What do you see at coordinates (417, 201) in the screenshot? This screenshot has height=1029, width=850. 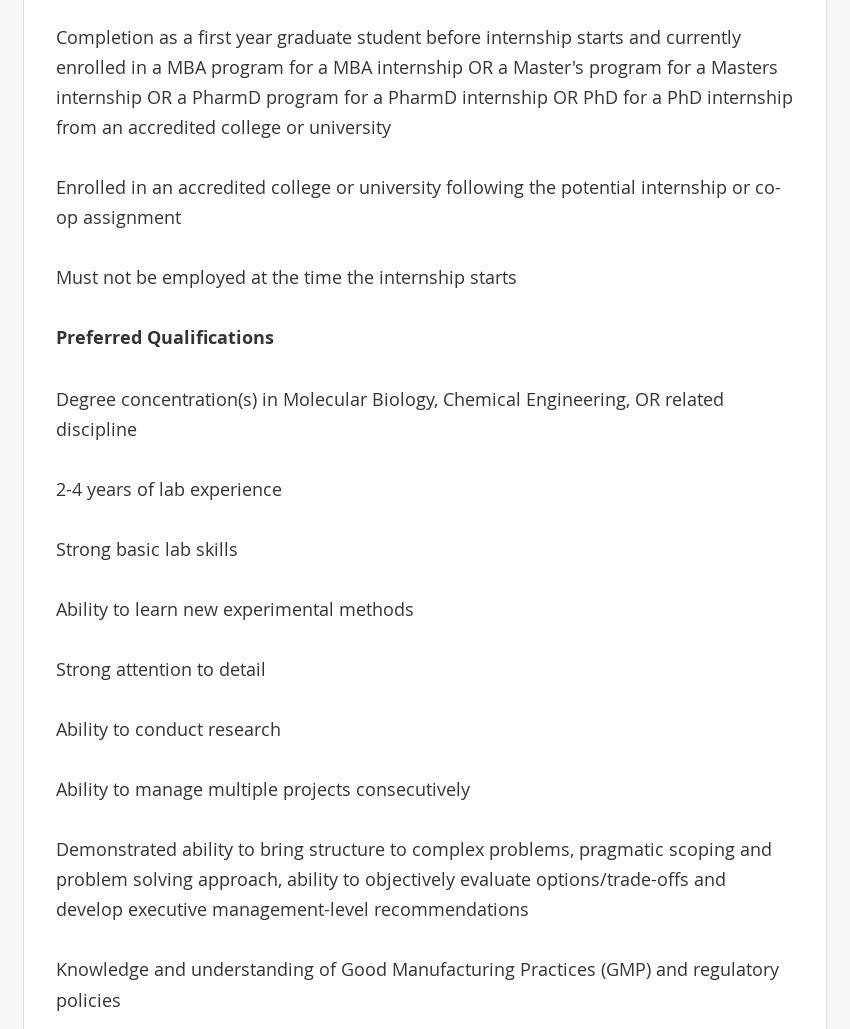 I see `'Enrolled in an accredited college or university following the potential internship or co-op assignment'` at bounding box center [417, 201].